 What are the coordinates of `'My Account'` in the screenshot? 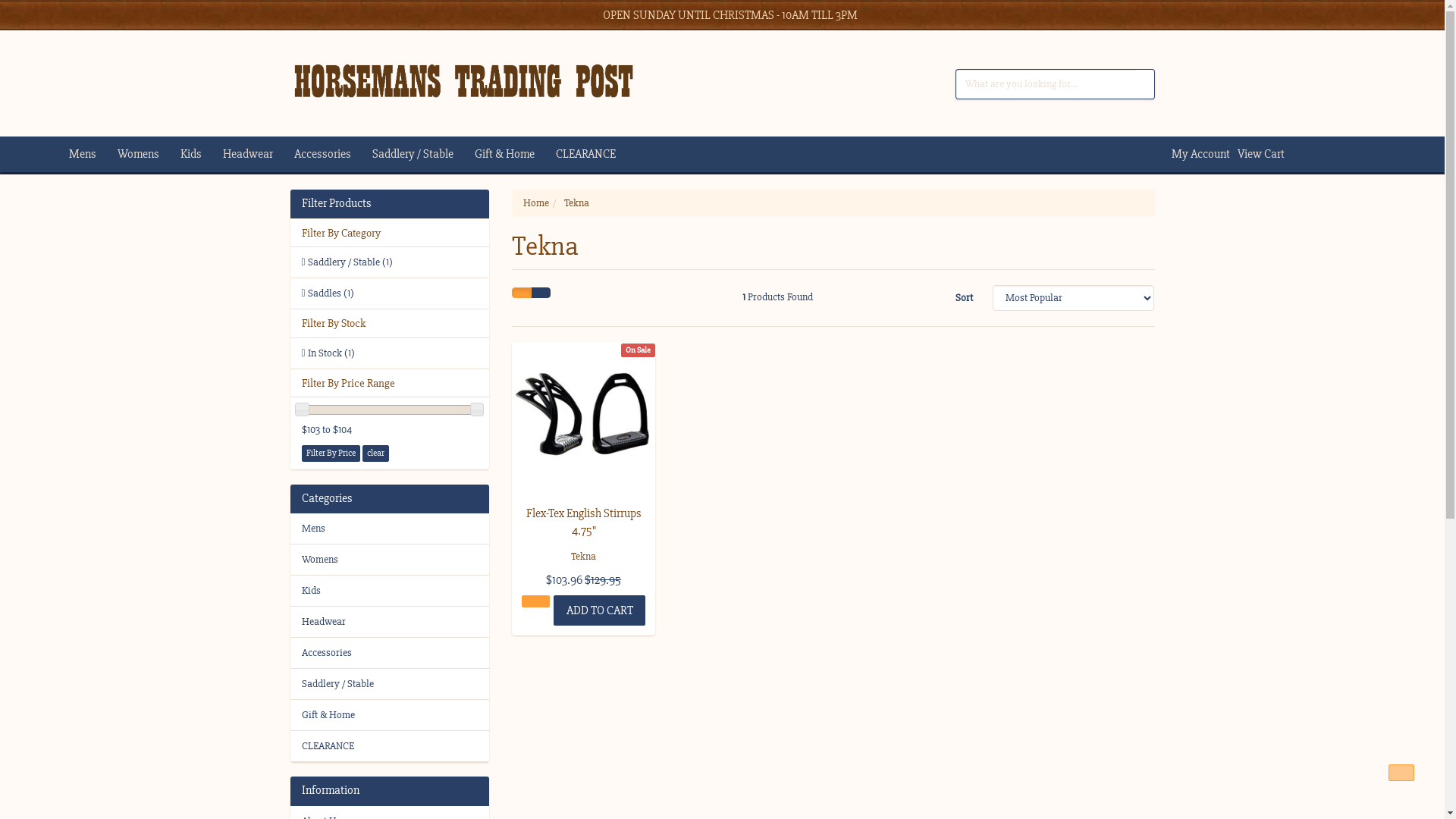 It's located at (1196, 154).